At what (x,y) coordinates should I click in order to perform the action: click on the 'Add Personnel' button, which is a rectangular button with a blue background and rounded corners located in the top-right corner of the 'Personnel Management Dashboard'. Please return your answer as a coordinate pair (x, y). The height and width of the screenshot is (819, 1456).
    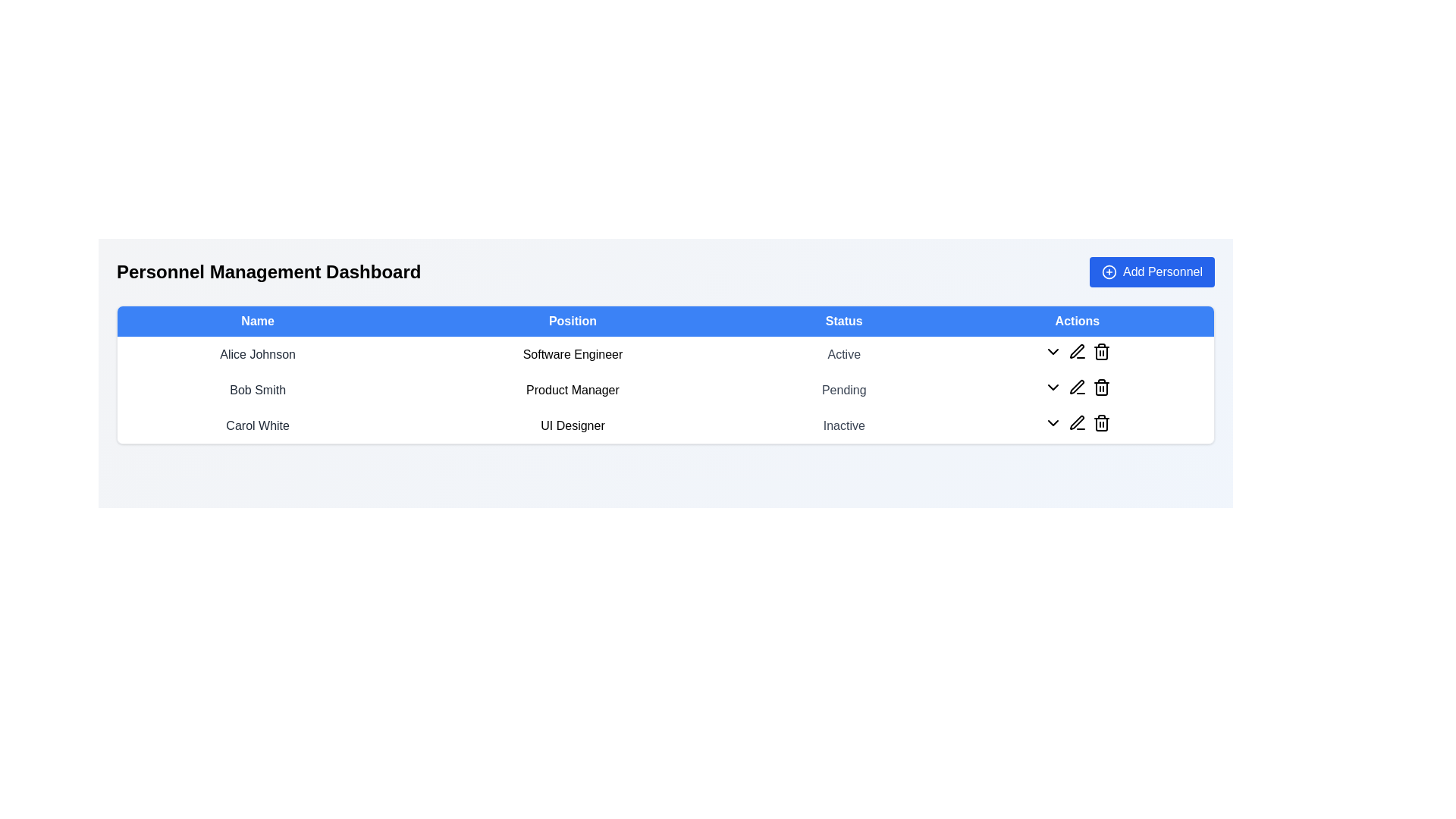
    Looking at the image, I should click on (1152, 271).